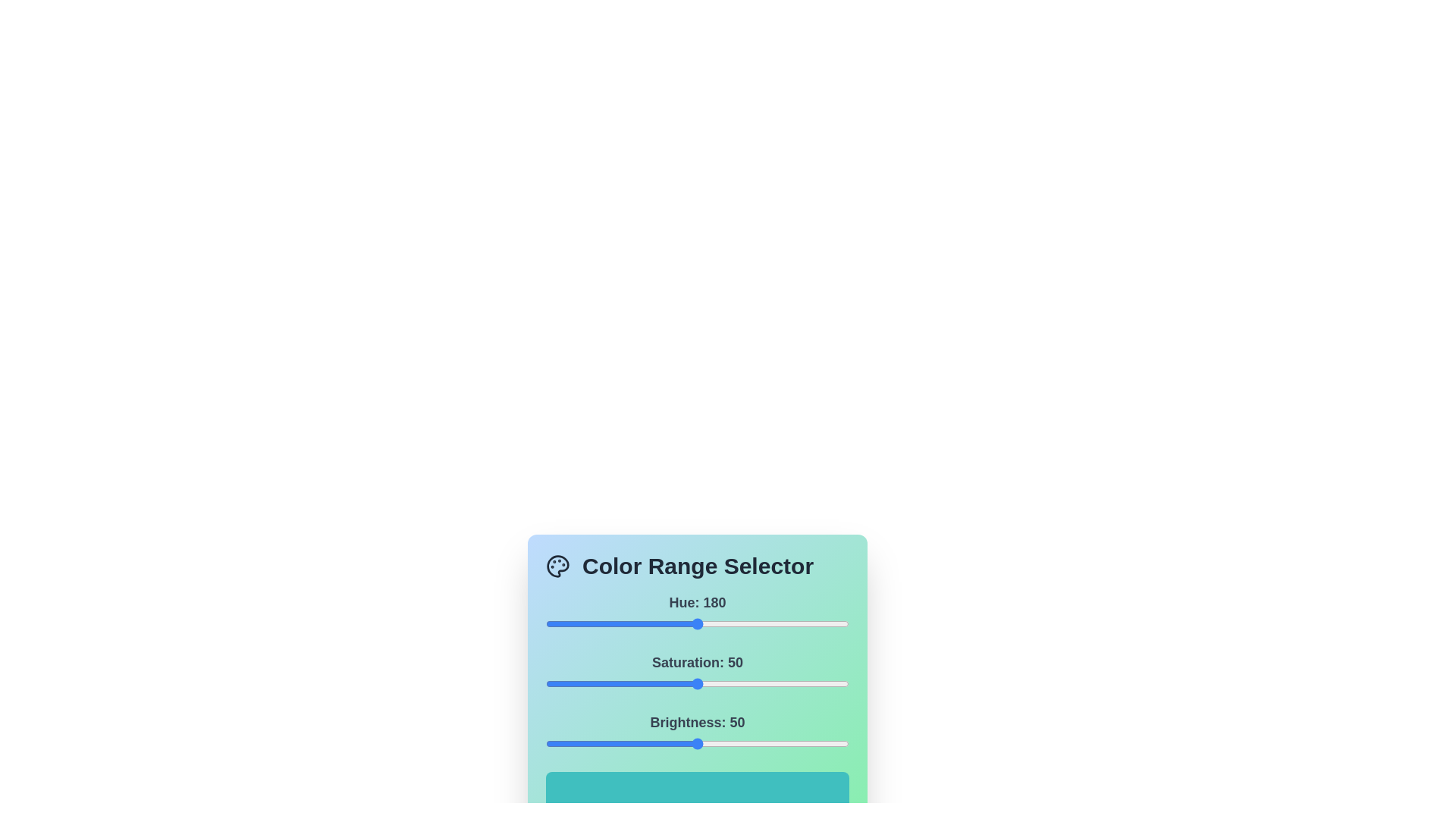 The width and height of the screenshot is (1456, 819). I want to click on the 1 slider to 70, so click(758, 684).